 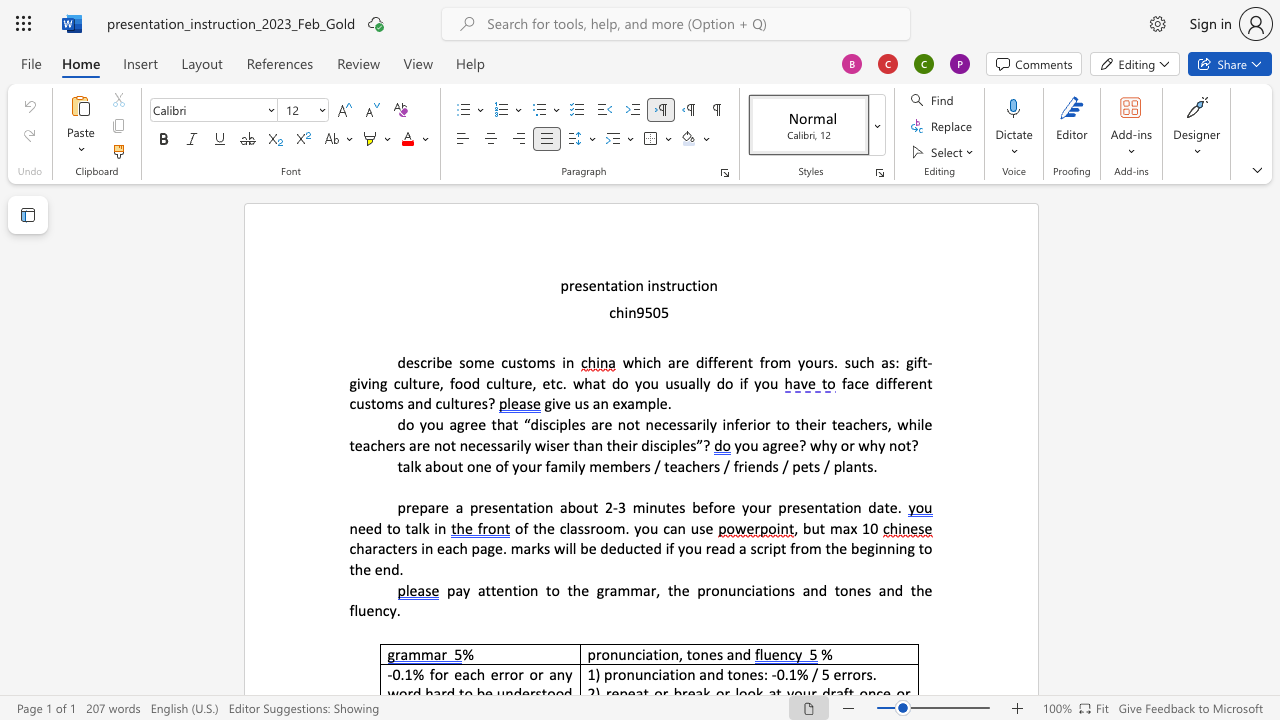 I want to click on the space between the continuous character "m" and "b" in the text, so click(x=620, y=465).